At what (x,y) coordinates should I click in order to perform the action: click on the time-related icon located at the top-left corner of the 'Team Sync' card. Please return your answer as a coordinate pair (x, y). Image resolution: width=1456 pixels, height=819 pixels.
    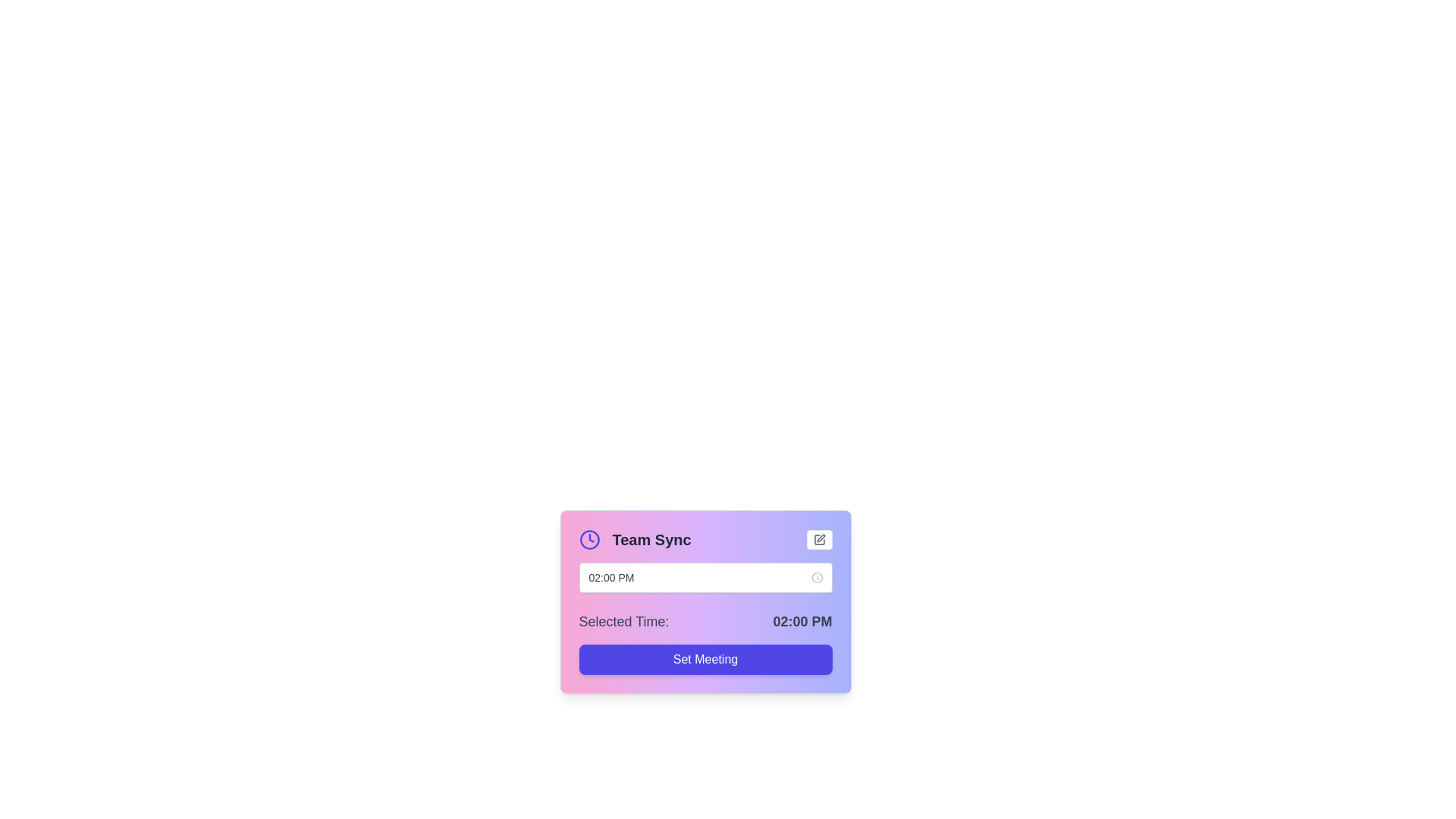
    Looking at the image, I should click on (588, 539).